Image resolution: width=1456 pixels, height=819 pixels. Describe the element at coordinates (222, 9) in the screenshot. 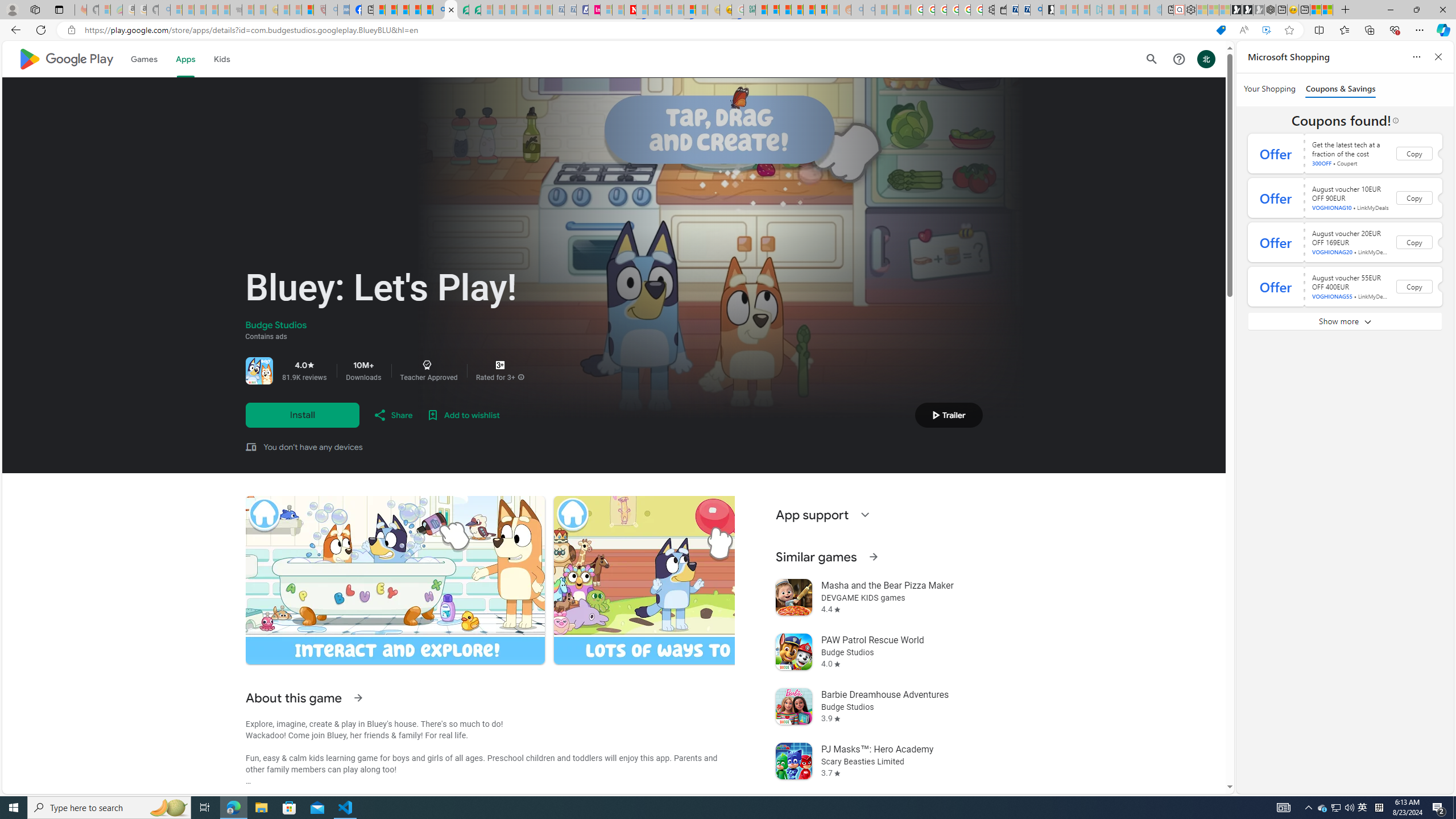

I see `'New Report Confirms 2023 Was Record Hot | Watch - Sleeping'` at that location.